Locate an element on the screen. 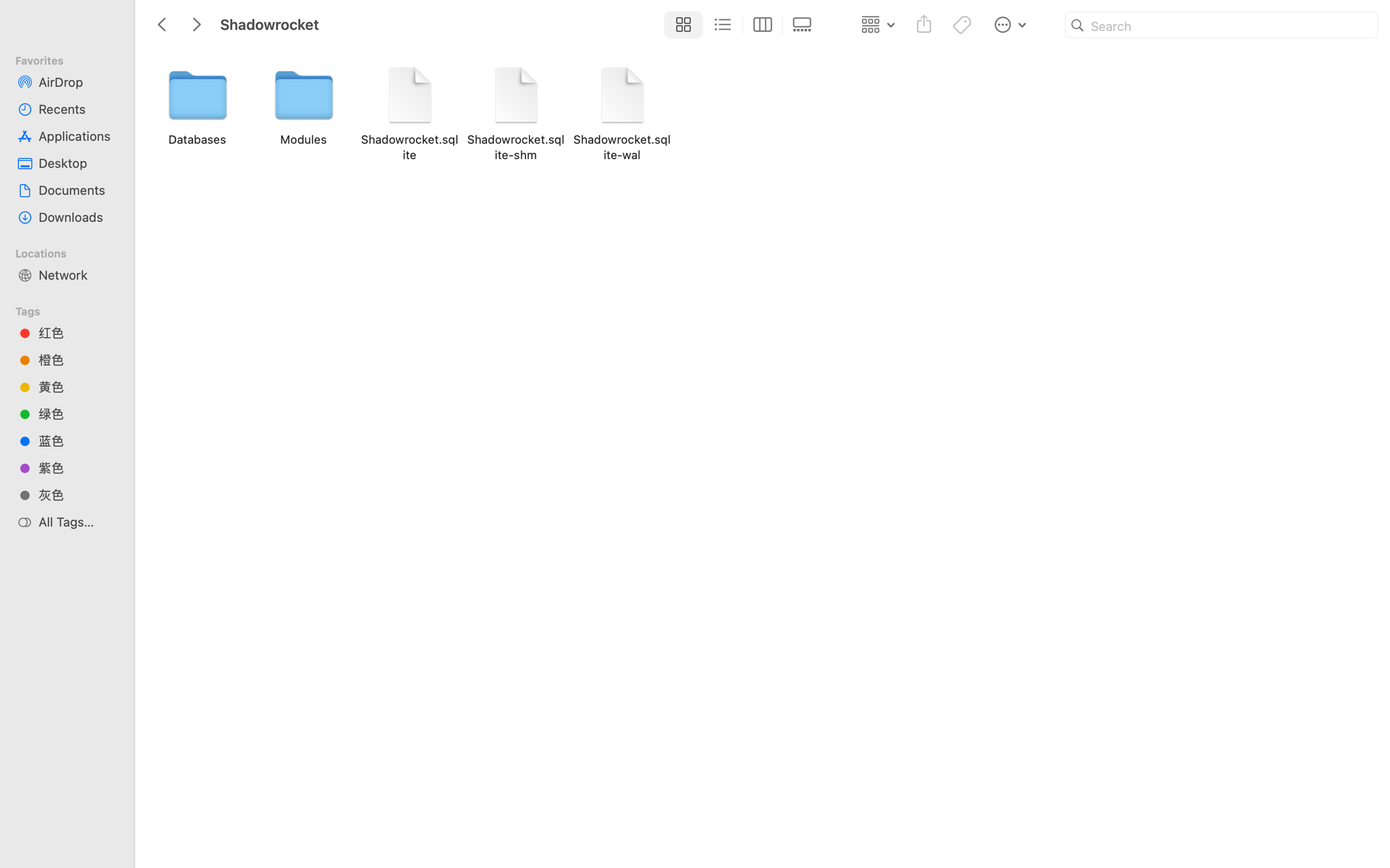  '绿色' is located at coordinates (77, 414).